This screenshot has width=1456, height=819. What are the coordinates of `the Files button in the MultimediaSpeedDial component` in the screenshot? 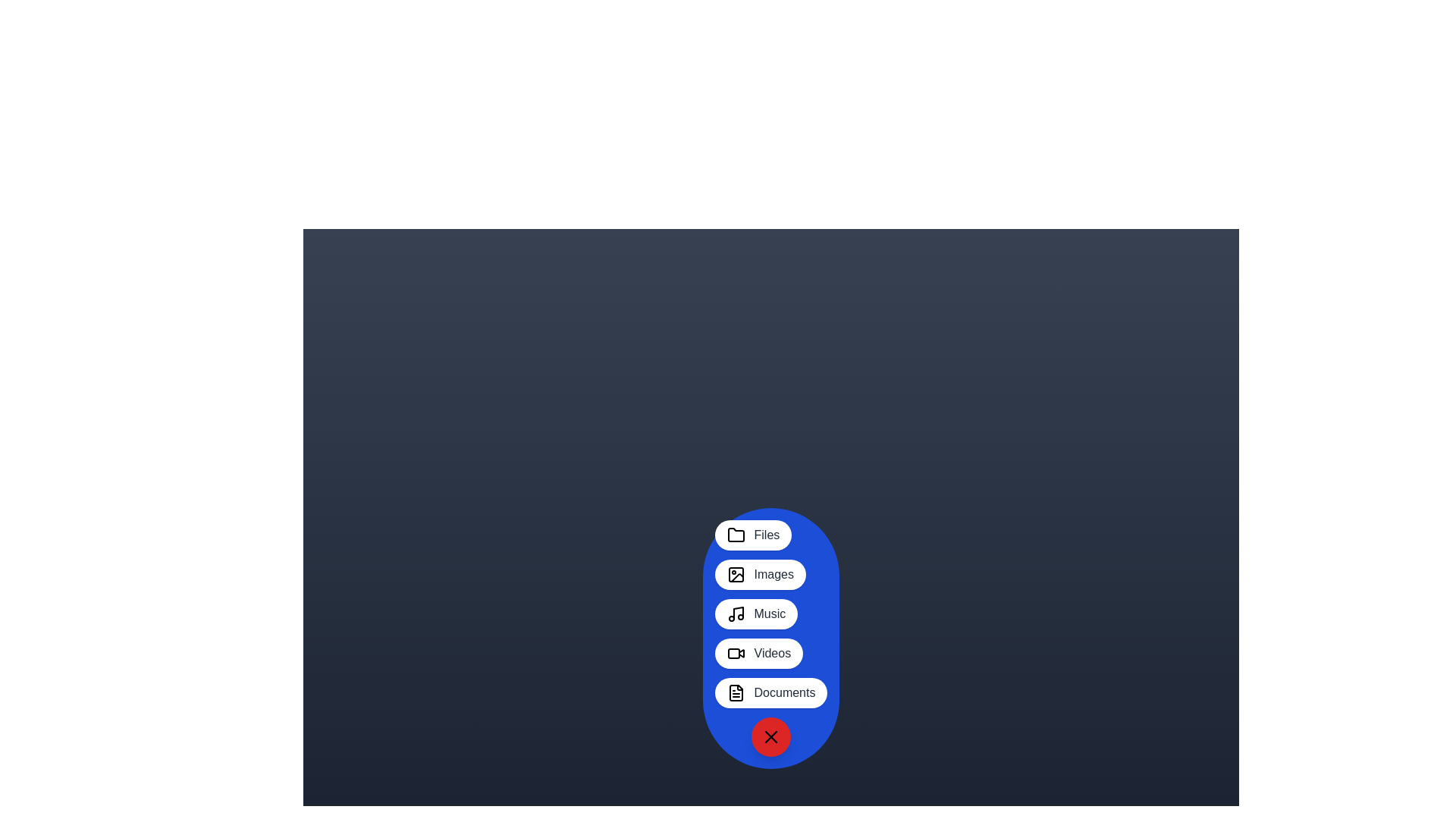 It's located at (753, 534).